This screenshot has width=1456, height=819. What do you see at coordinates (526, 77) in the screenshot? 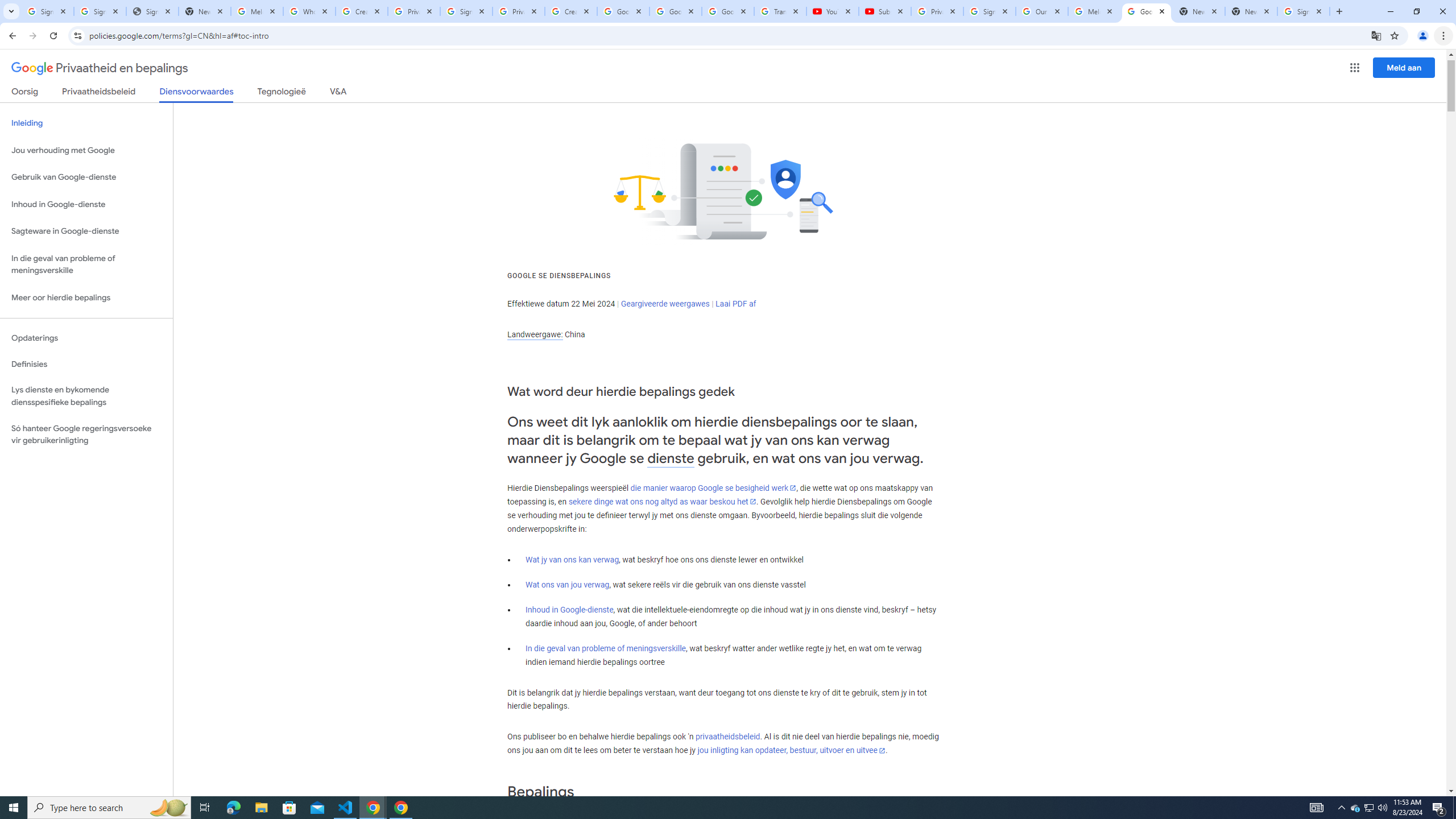
I see `'Insert Merge Field'` at bounding box center [526, 77].